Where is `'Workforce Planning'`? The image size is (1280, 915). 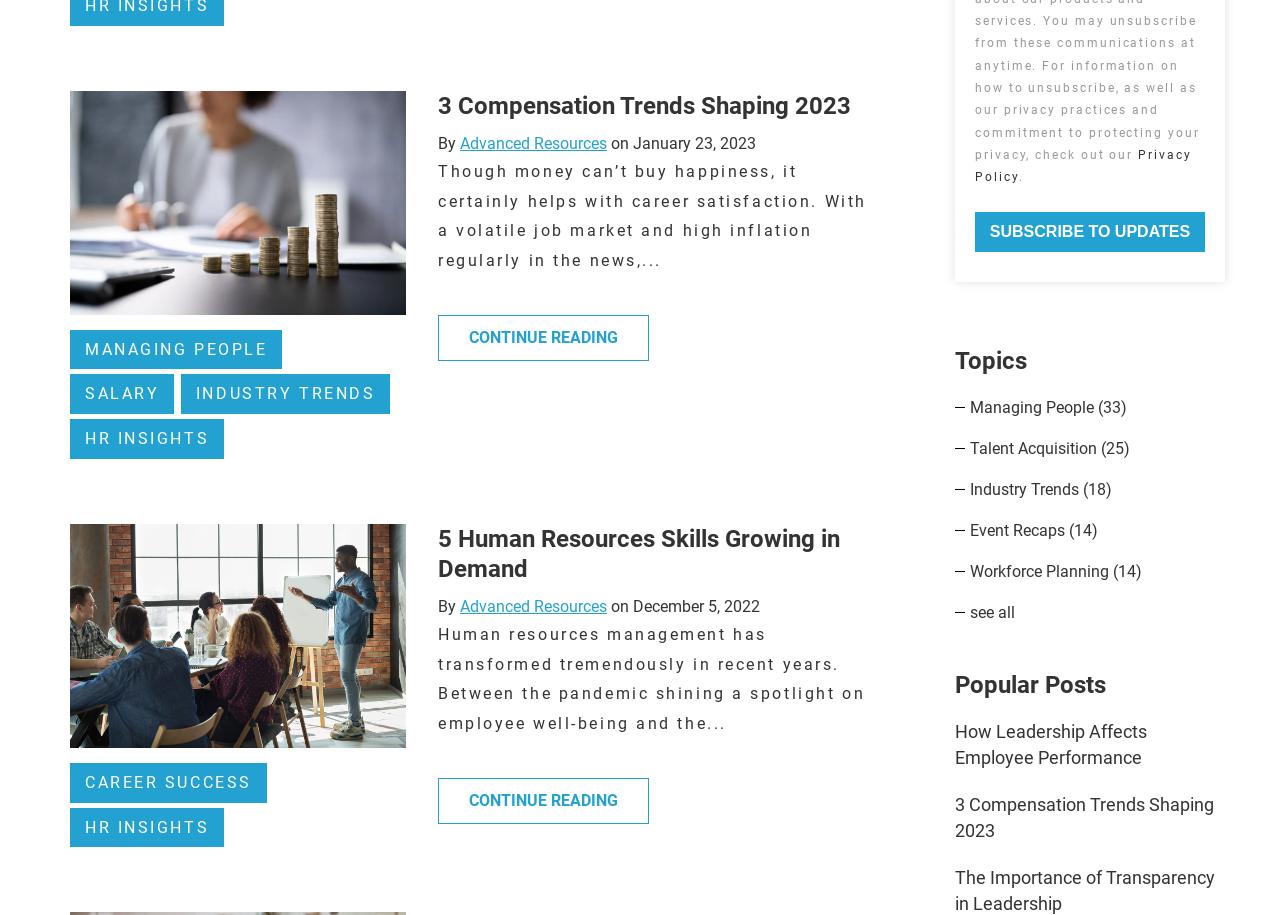
'Workforce Planning' is located at coordinates (1040, 570).